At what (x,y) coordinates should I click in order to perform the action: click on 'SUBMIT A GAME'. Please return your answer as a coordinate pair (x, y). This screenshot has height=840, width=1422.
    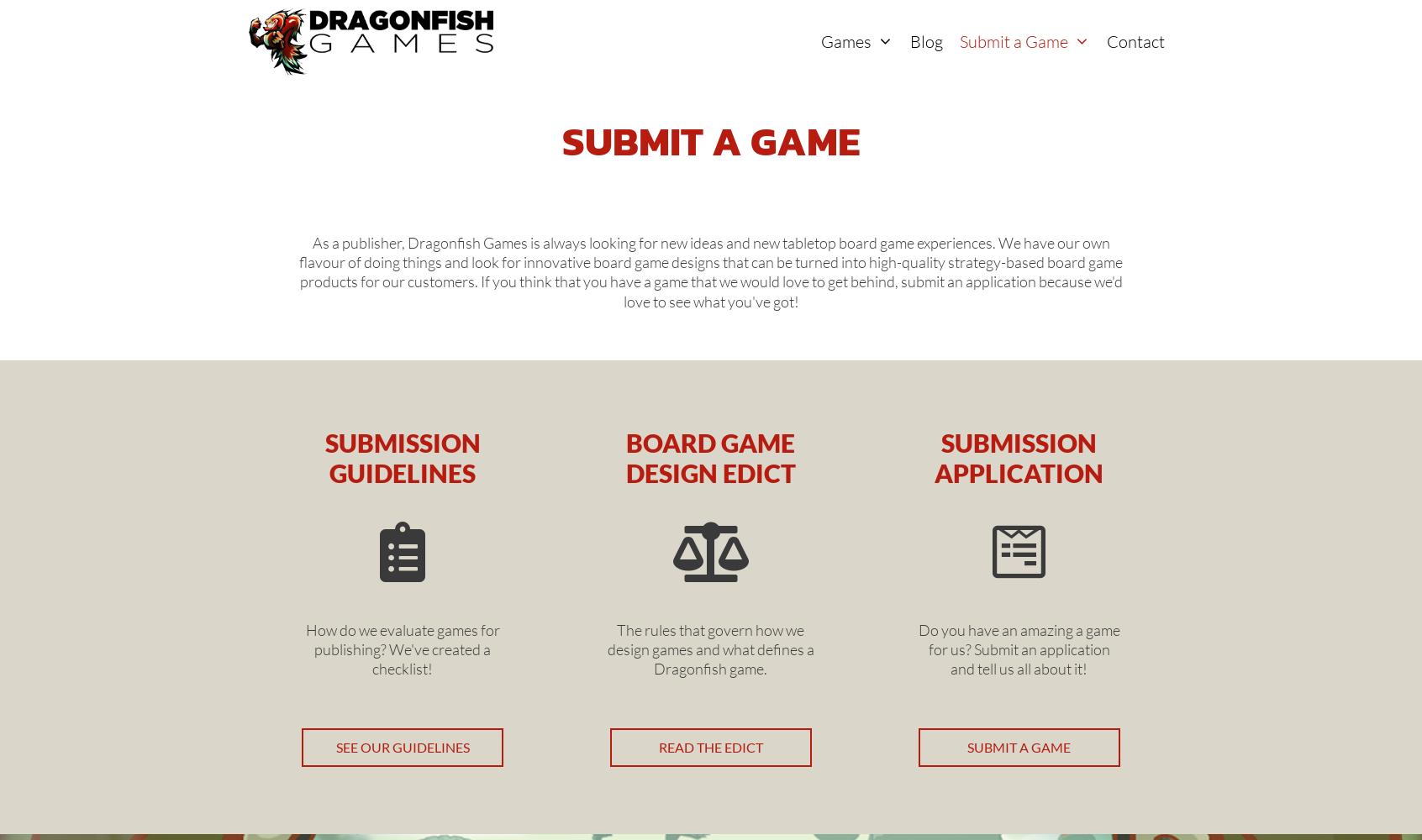
    Looking at the image, I should click on (966, 746).